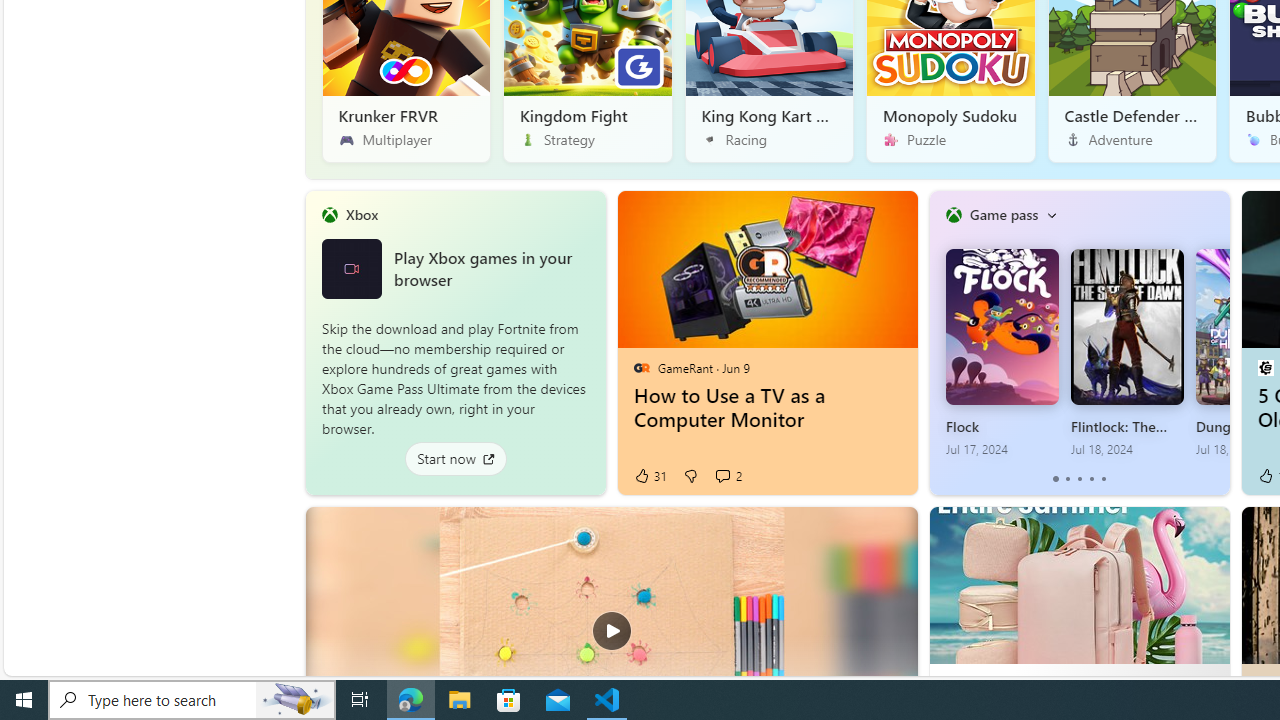 The width and height of the screenshot is (1280, 720). Describe the element at coordinates (1102, 479) in the screenshot. I see `'tab-4'` at that location.